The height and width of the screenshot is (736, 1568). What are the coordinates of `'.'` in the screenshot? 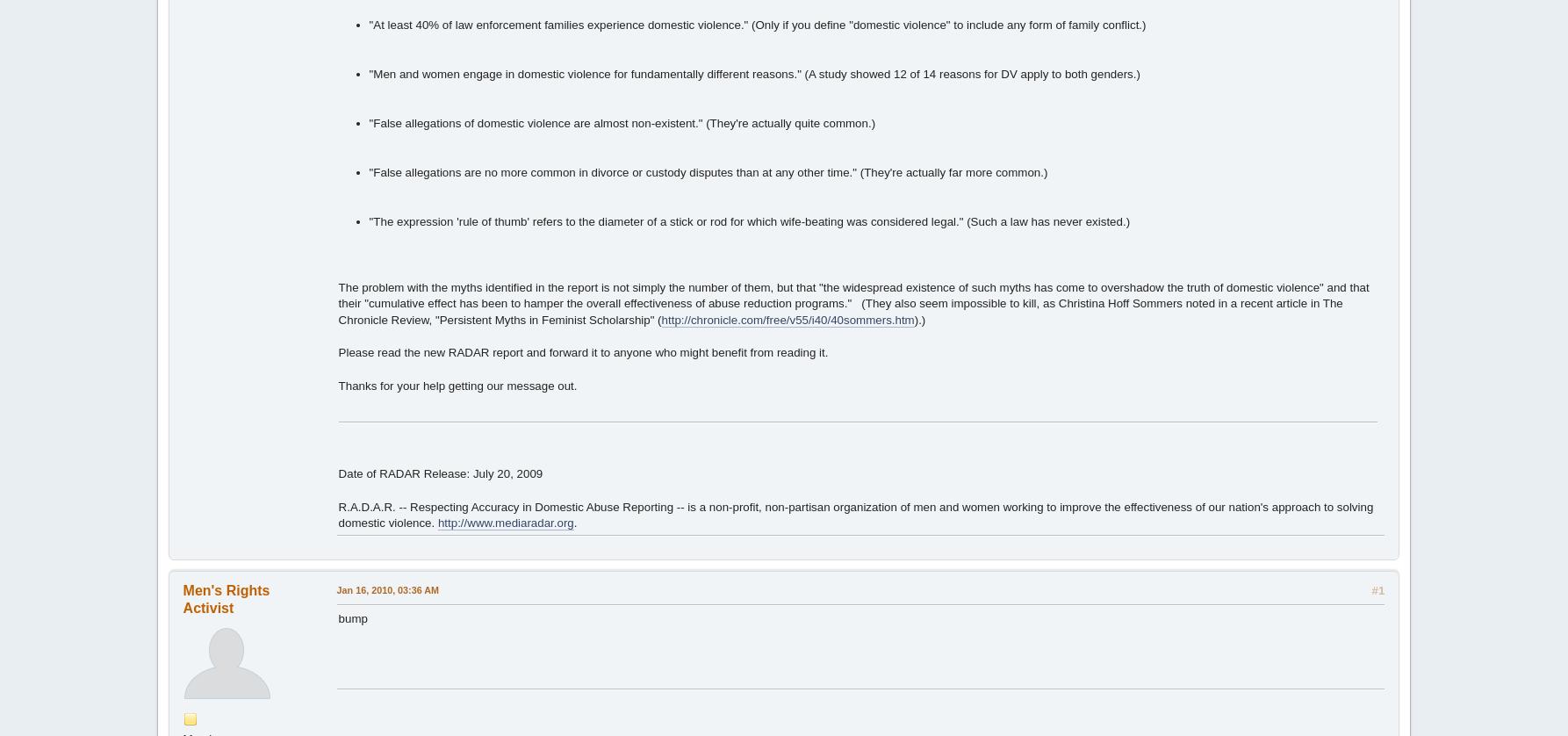 It's located at (572, 523).